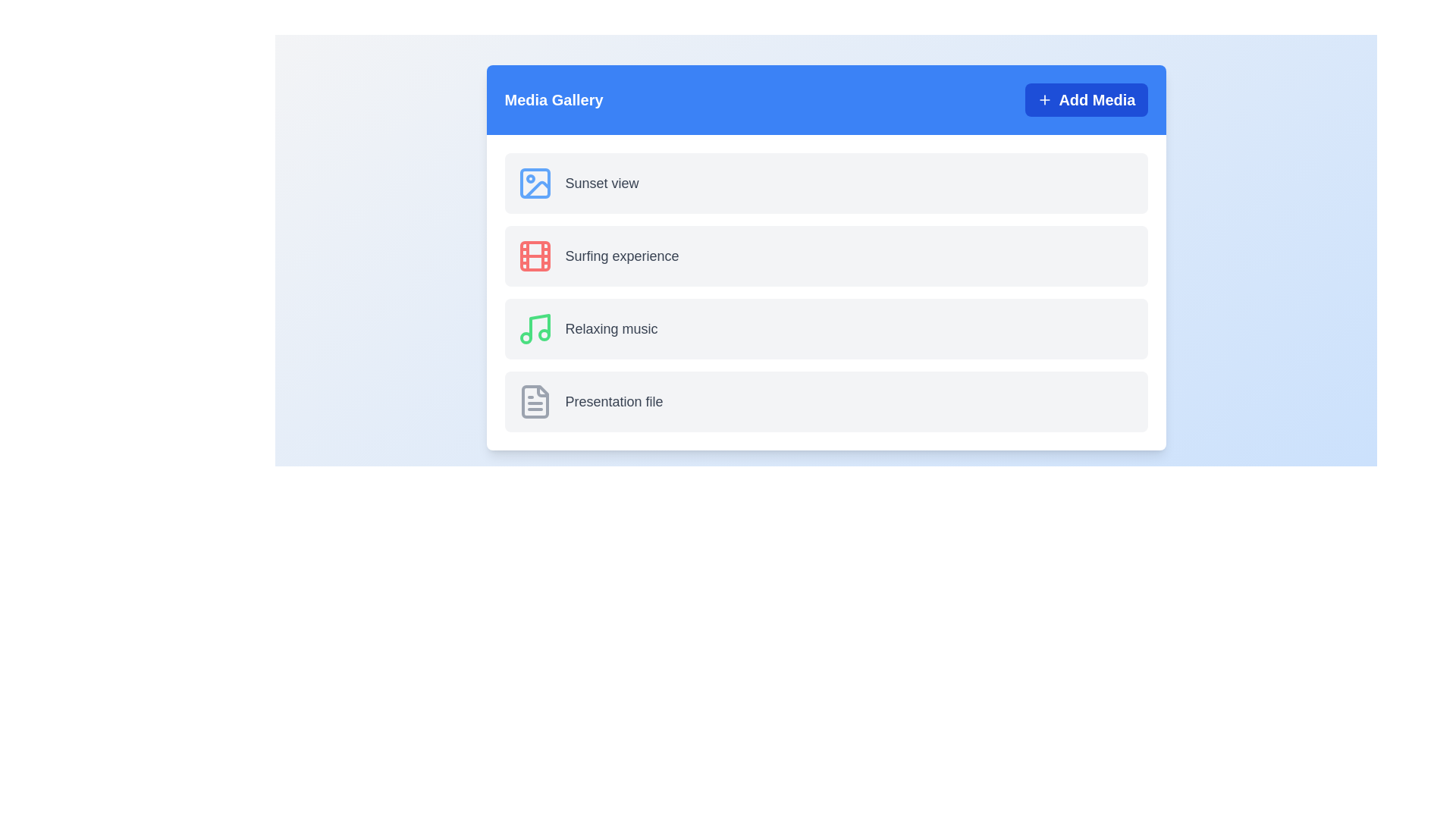 The width and height of the screenshot is (1456, 819). What do you see at coordinates (526, 337) in the screenshot?
I see `the second SVG Circle in the media gallery interface that is part of the decorative icon for 'Relaxing music'` at bounding box center [526, 337].